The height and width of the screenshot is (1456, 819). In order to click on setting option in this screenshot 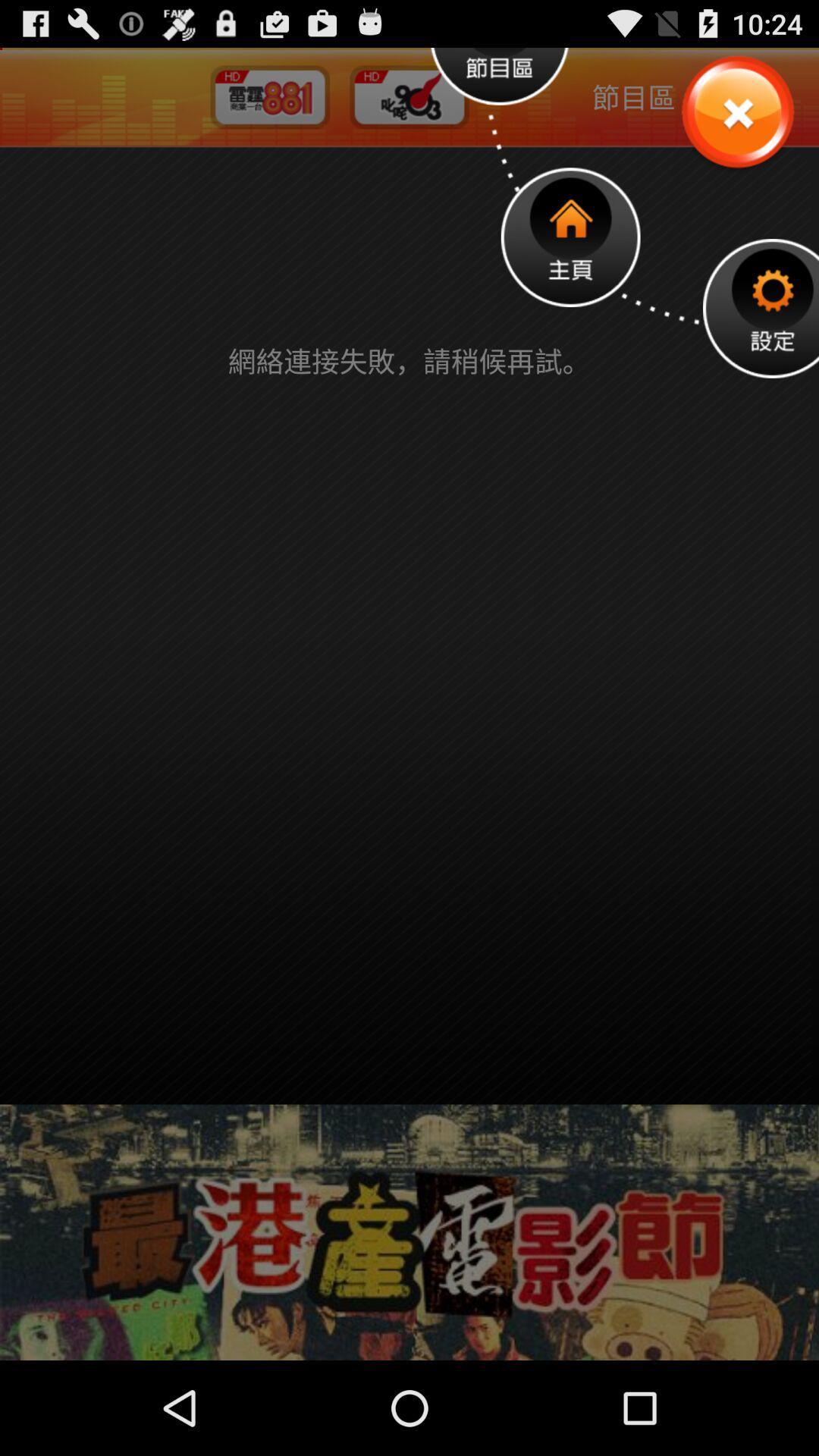, I will do `click(761, 307)`.